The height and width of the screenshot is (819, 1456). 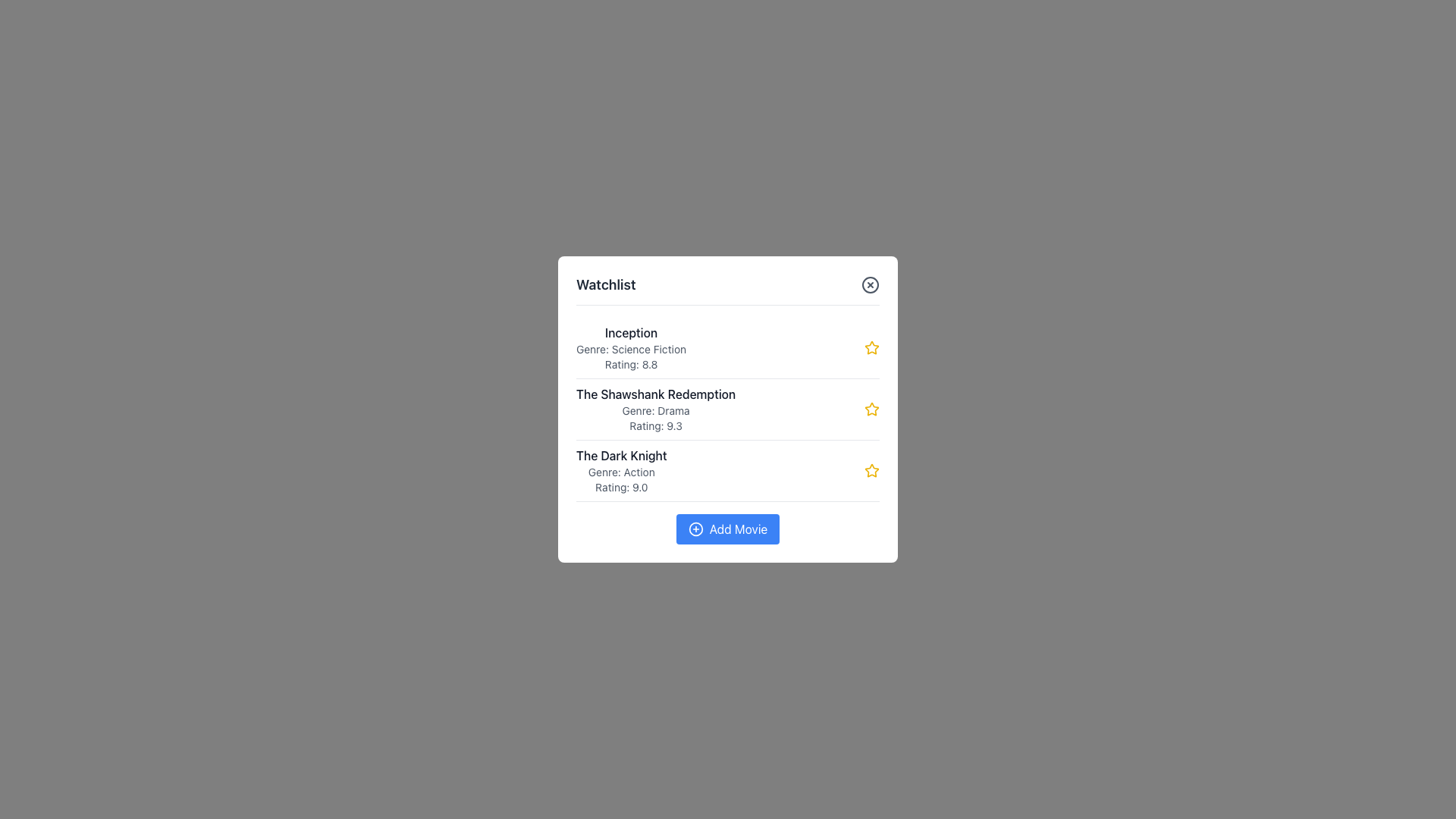 I want to click on the movie information list item for 'The Dark Knight', so click(x=728, y=470).